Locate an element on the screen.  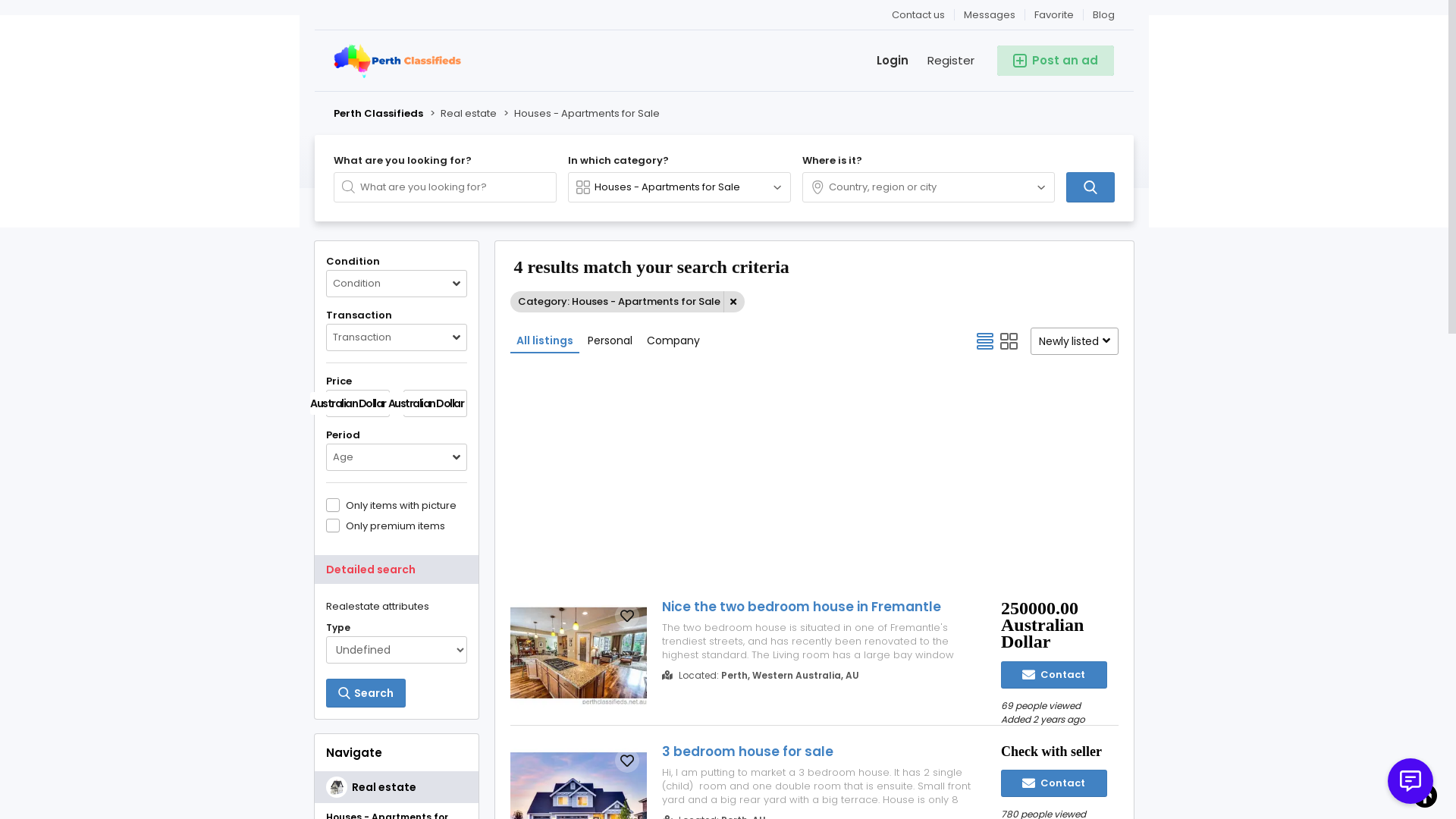
'Contact' is located at coordinates (1053, 674).